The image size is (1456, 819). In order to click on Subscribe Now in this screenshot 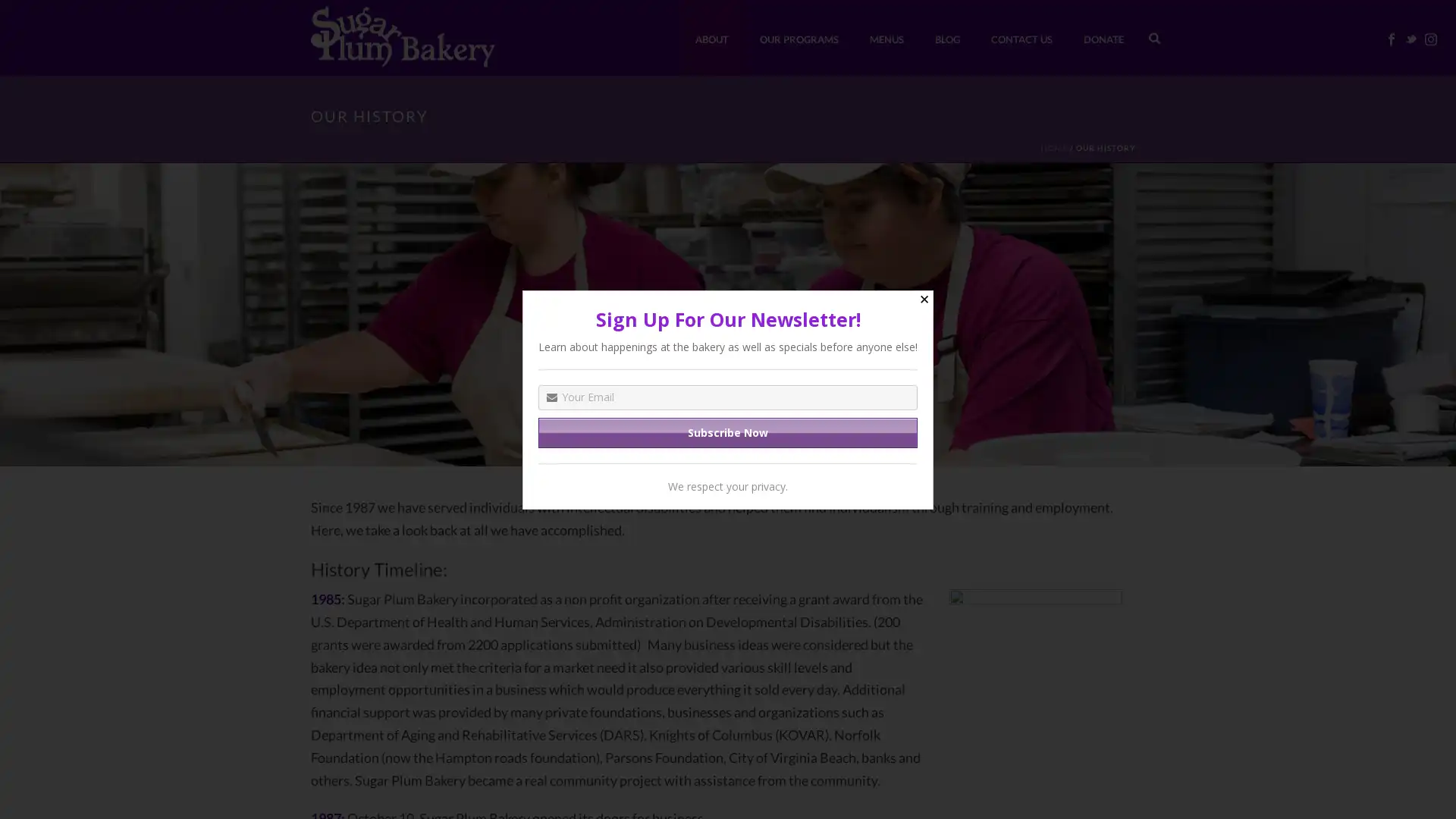, I will do `click(728, 432)`.